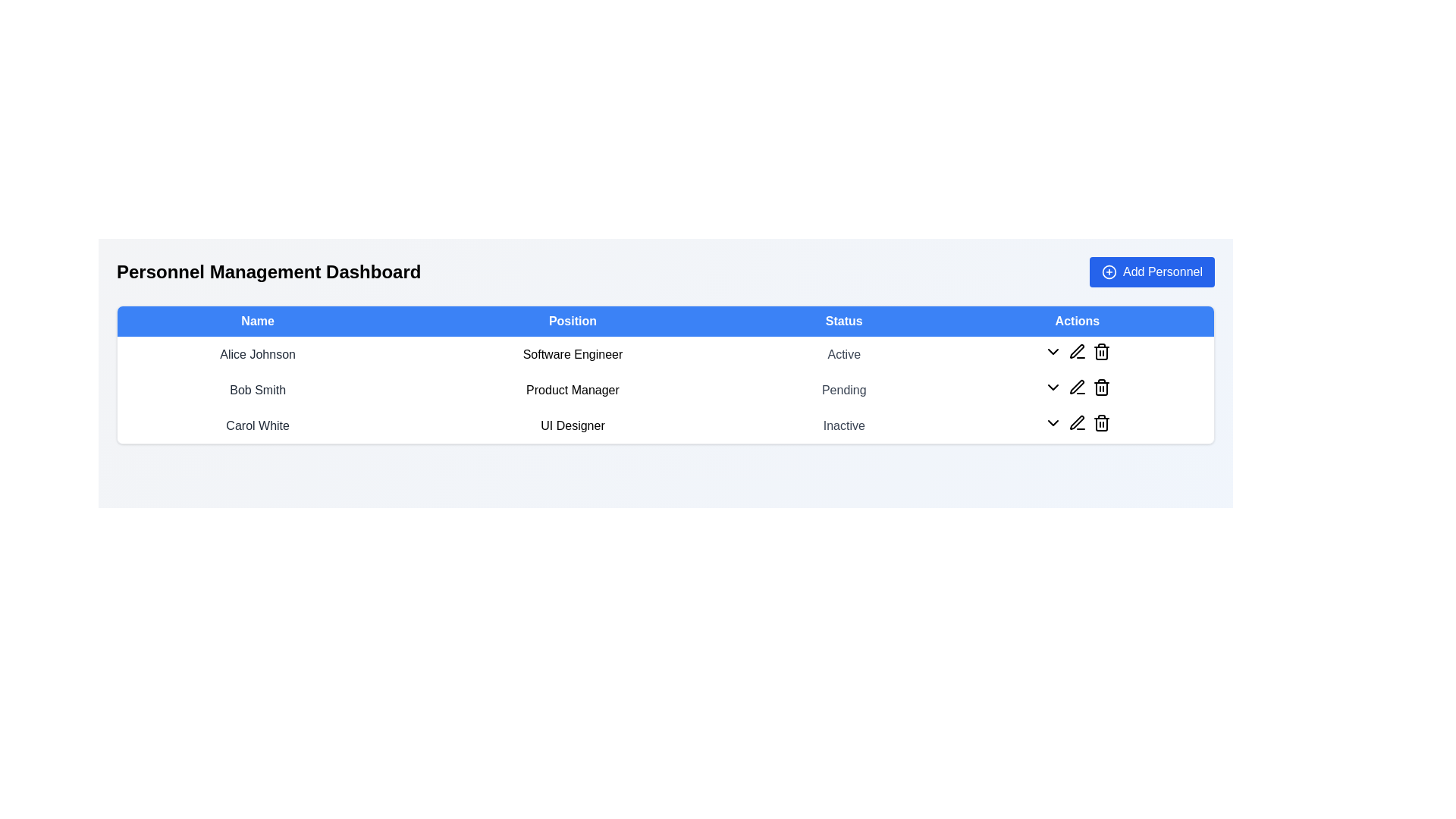 The width and height of the screenshot is (1456, 819). Describe the element at coordinates (1076, 350) in the screenshot. I see `the pen icon in the rightmost column under the 'Actions' header in the row for 'Bob Smith' to initiate the edit action` at that location.